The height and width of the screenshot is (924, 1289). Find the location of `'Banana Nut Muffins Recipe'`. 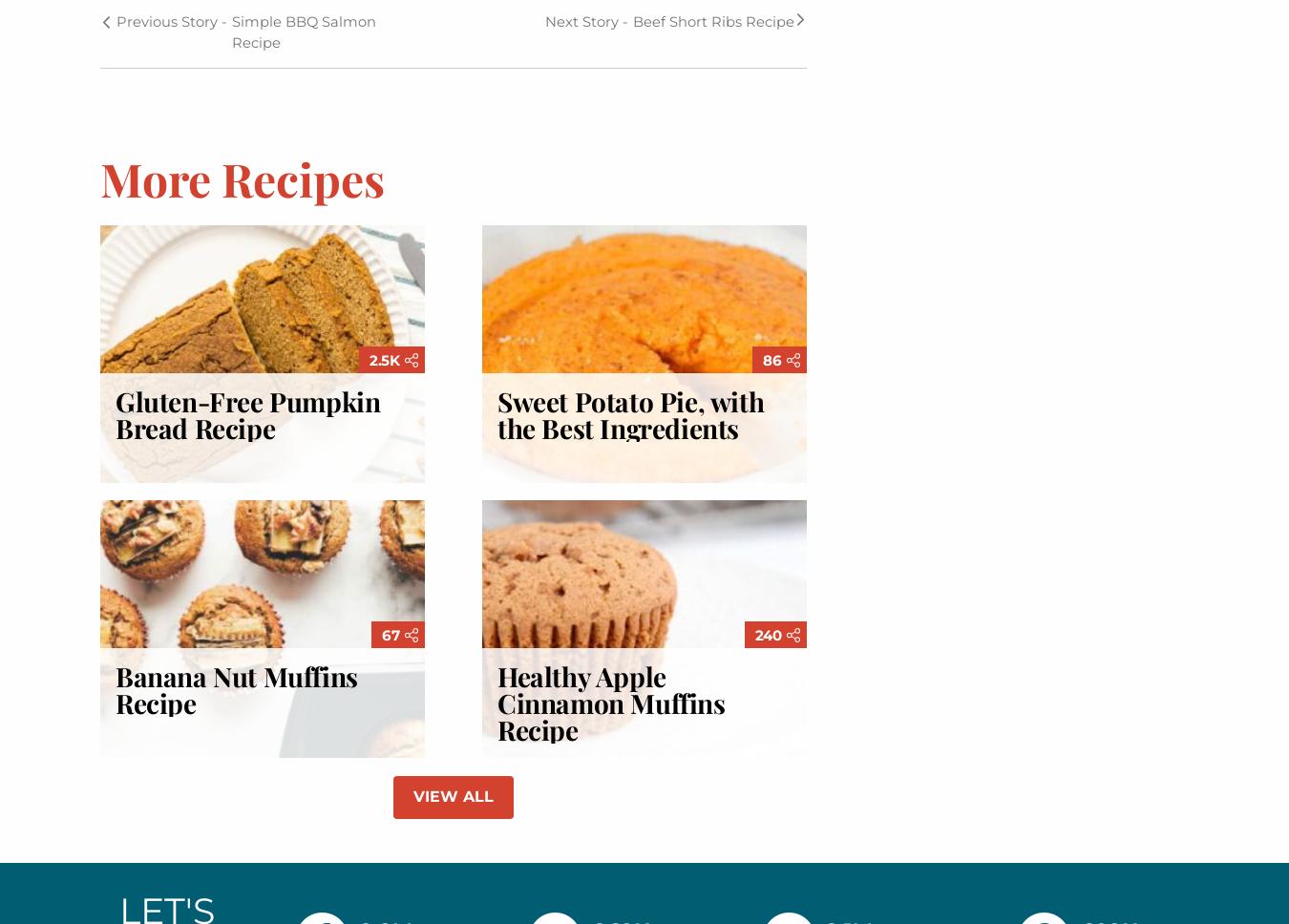

'Banana Nut Muffins Recipe' is located at coordinates (235, 688).